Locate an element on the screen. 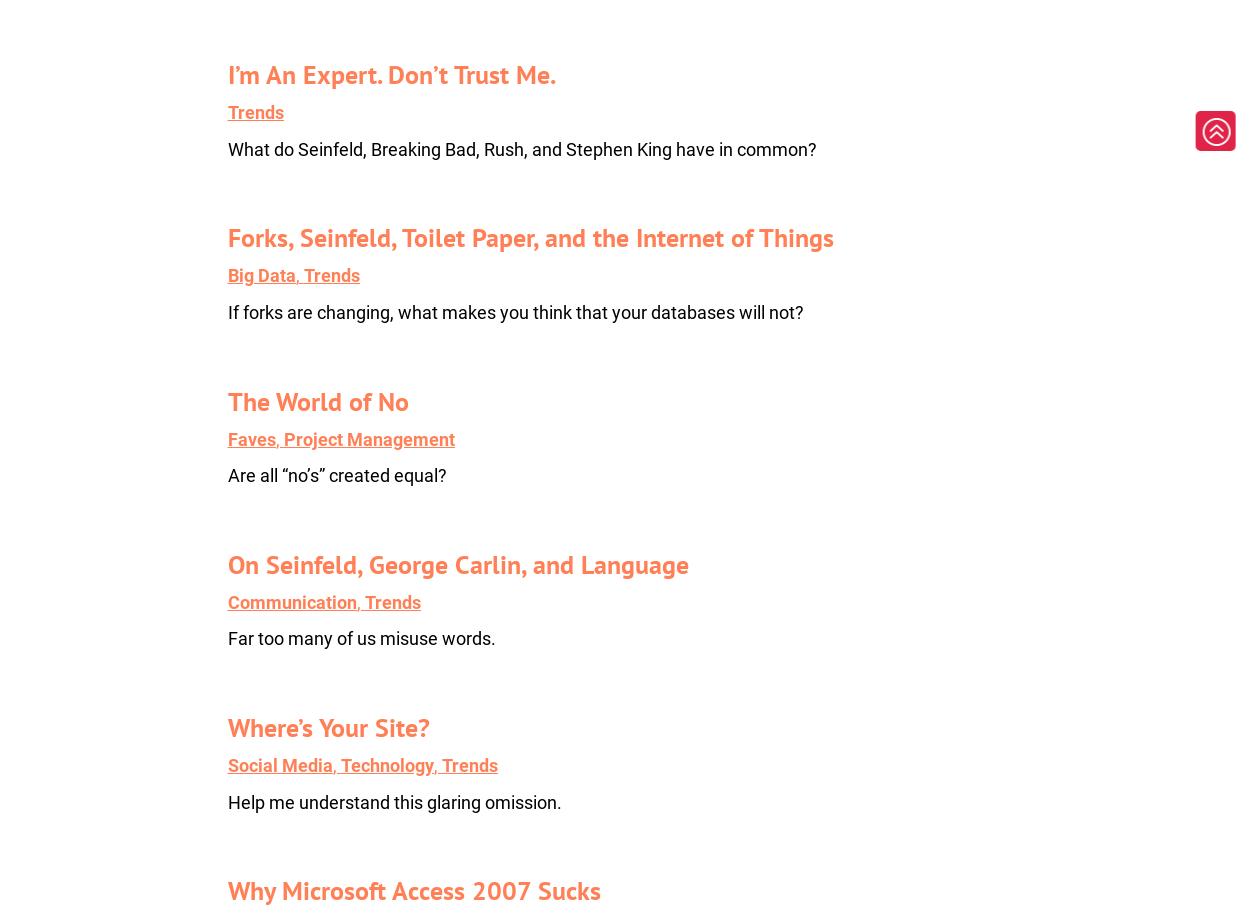  'The World of No' is located at coordinates (226, 400).